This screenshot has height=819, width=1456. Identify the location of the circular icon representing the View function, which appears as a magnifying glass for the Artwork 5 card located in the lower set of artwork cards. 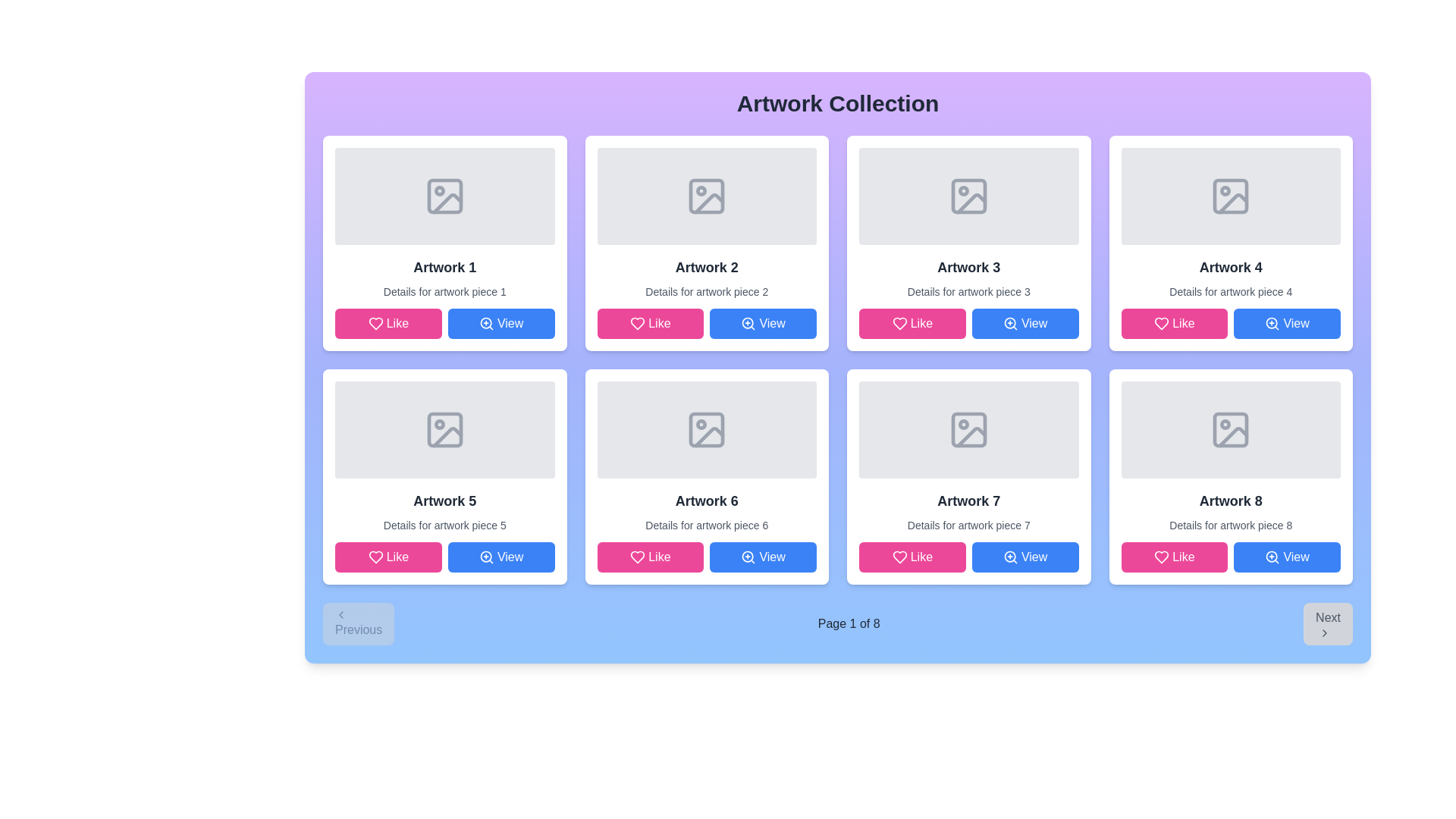
(486, 557).